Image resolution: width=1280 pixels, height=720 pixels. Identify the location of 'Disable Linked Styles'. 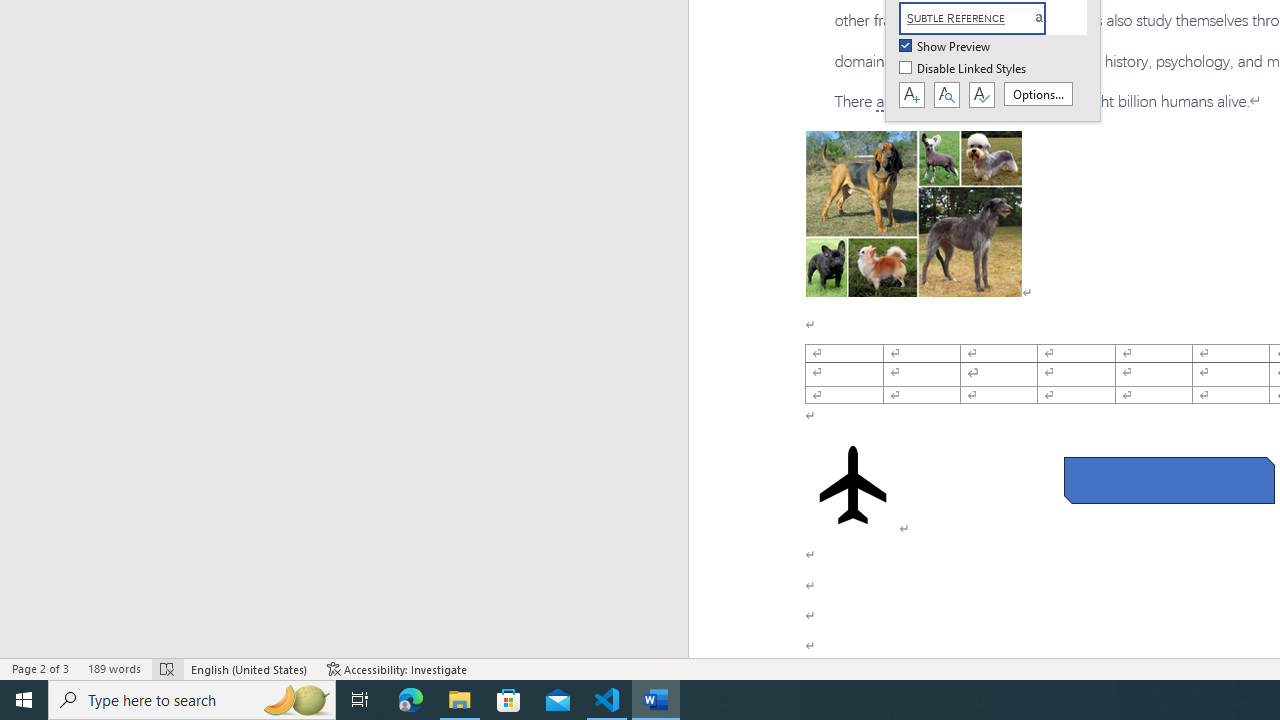
(964, 68).